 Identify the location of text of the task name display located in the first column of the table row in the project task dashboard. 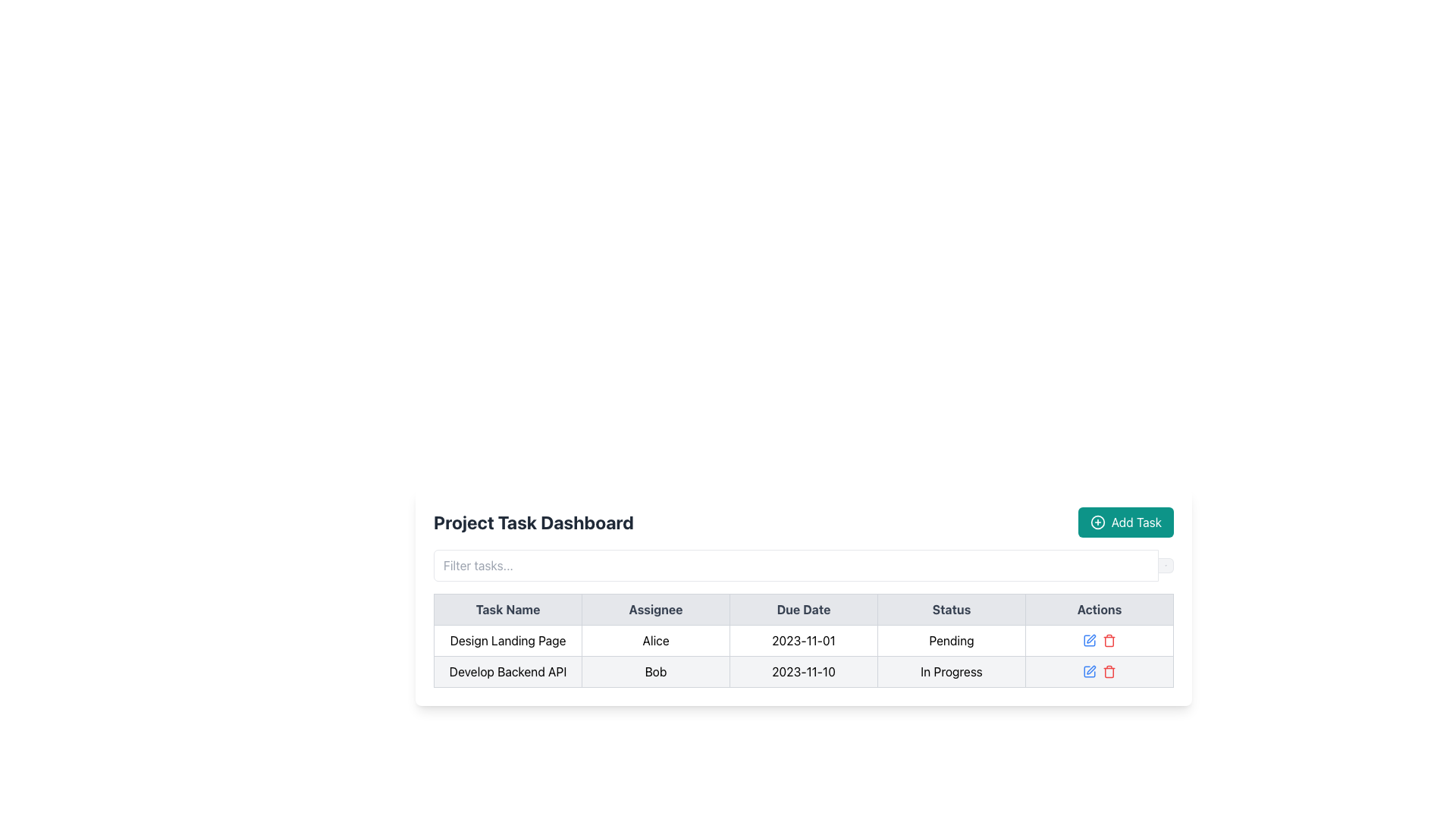
(508, 640).